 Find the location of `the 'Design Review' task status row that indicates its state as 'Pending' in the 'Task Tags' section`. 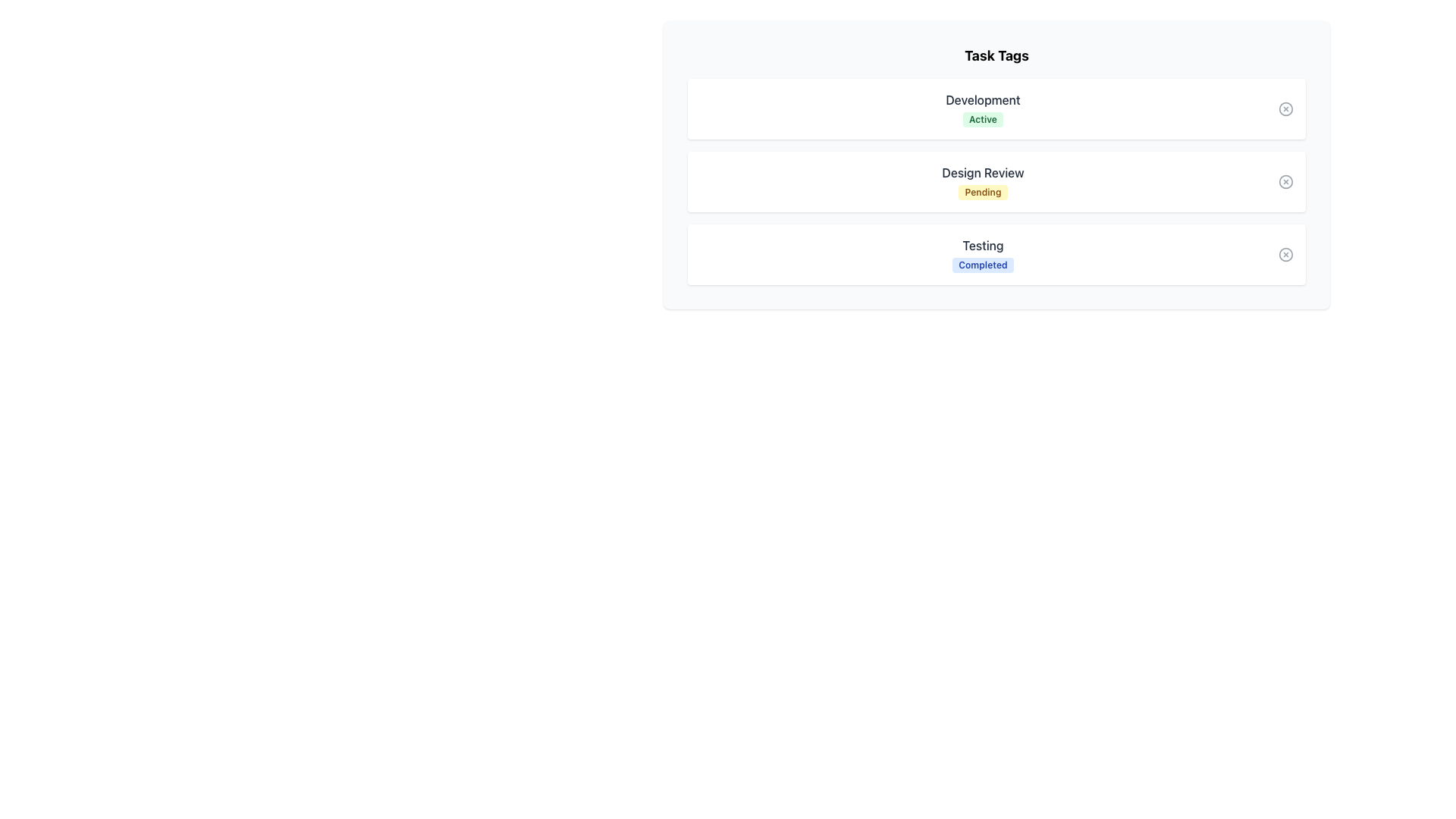

the 'Design Review' task status row that indicates its state as 'Pending' in the 'Task Tags' section is located at coordinates (996, 180).